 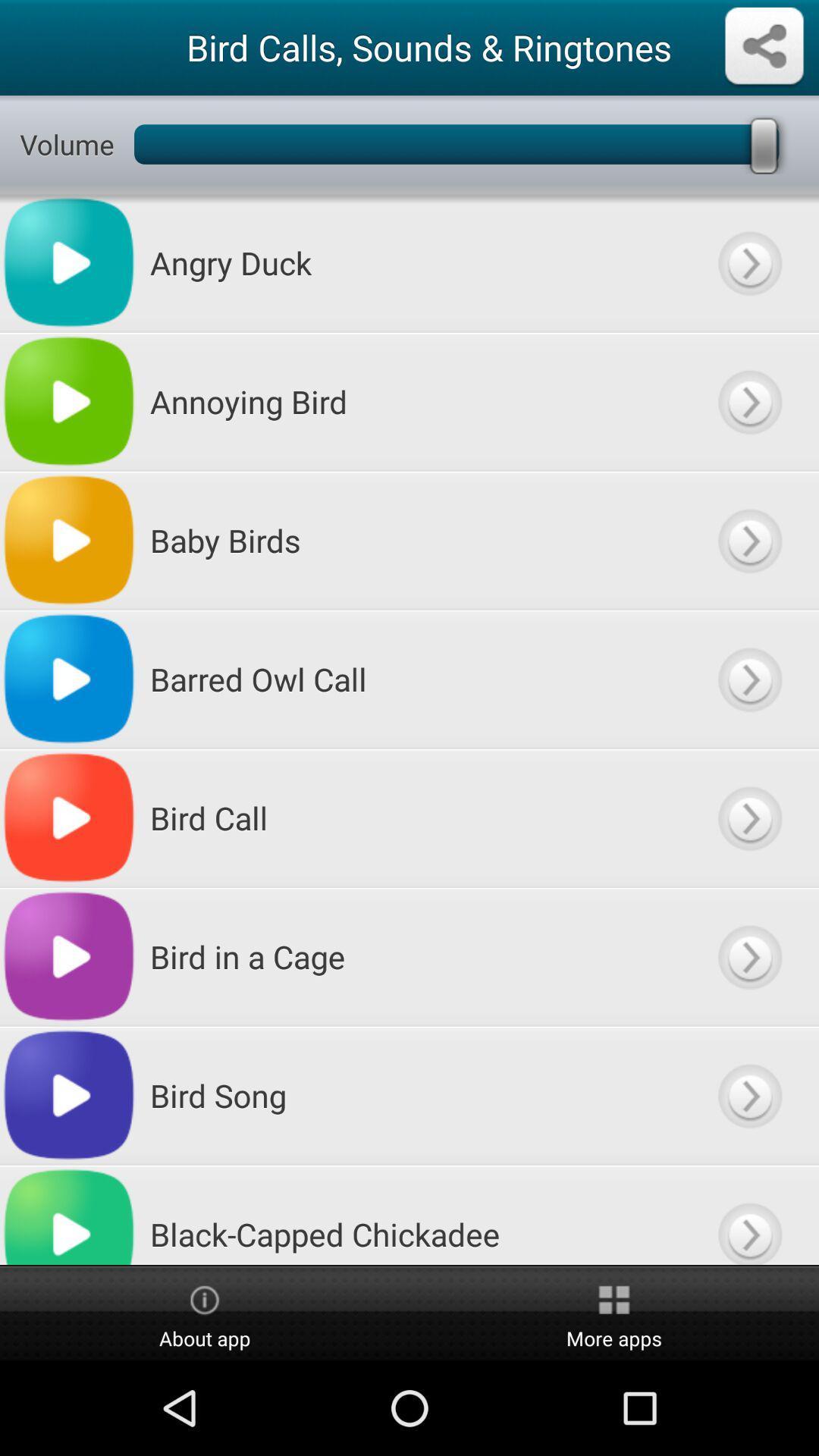 I want to click on sound or ringtone, so click(x=748, y=817).